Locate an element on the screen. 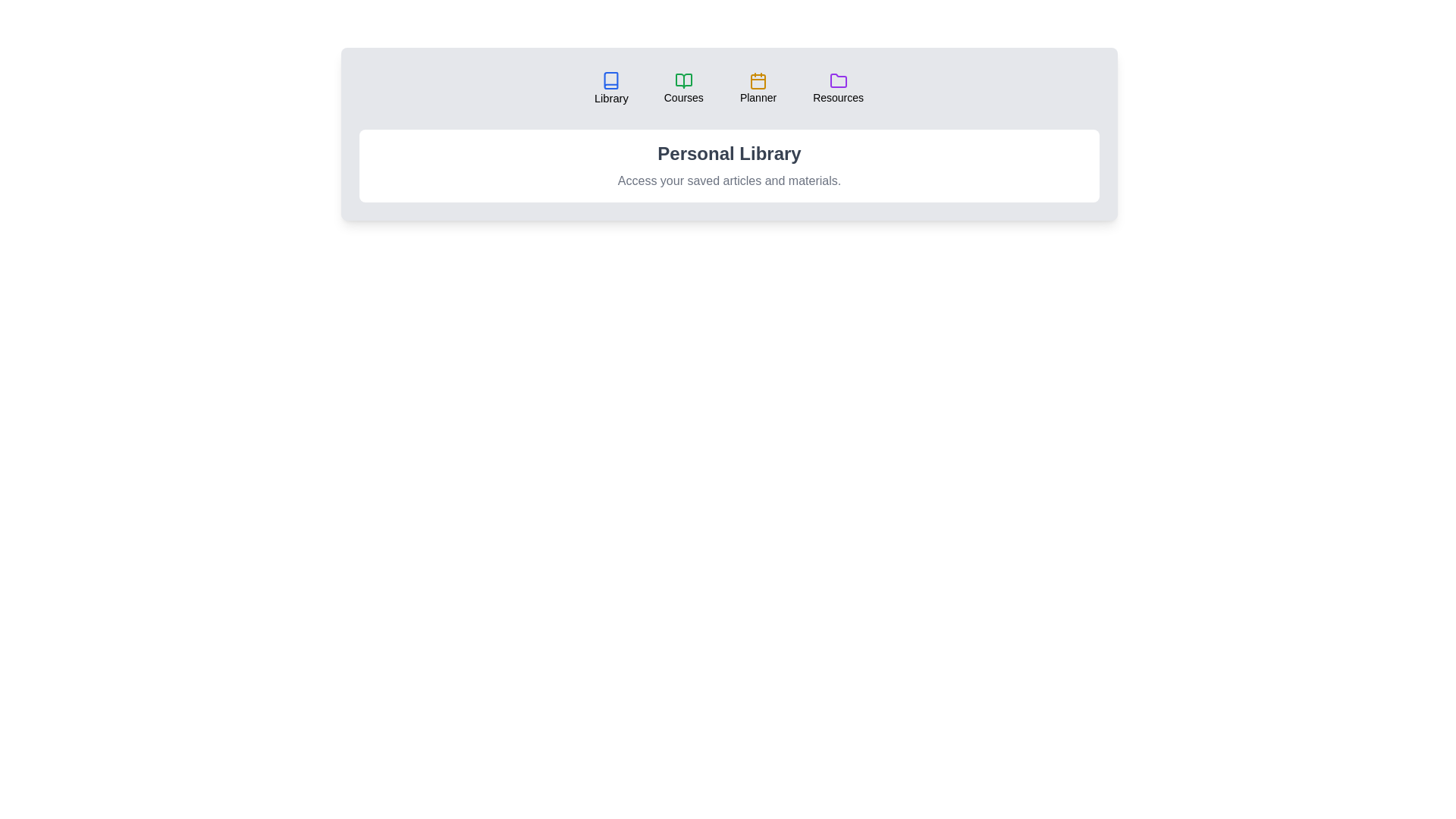  the tab labeled Resources by clicking on it is located at coordinates (837, 88).